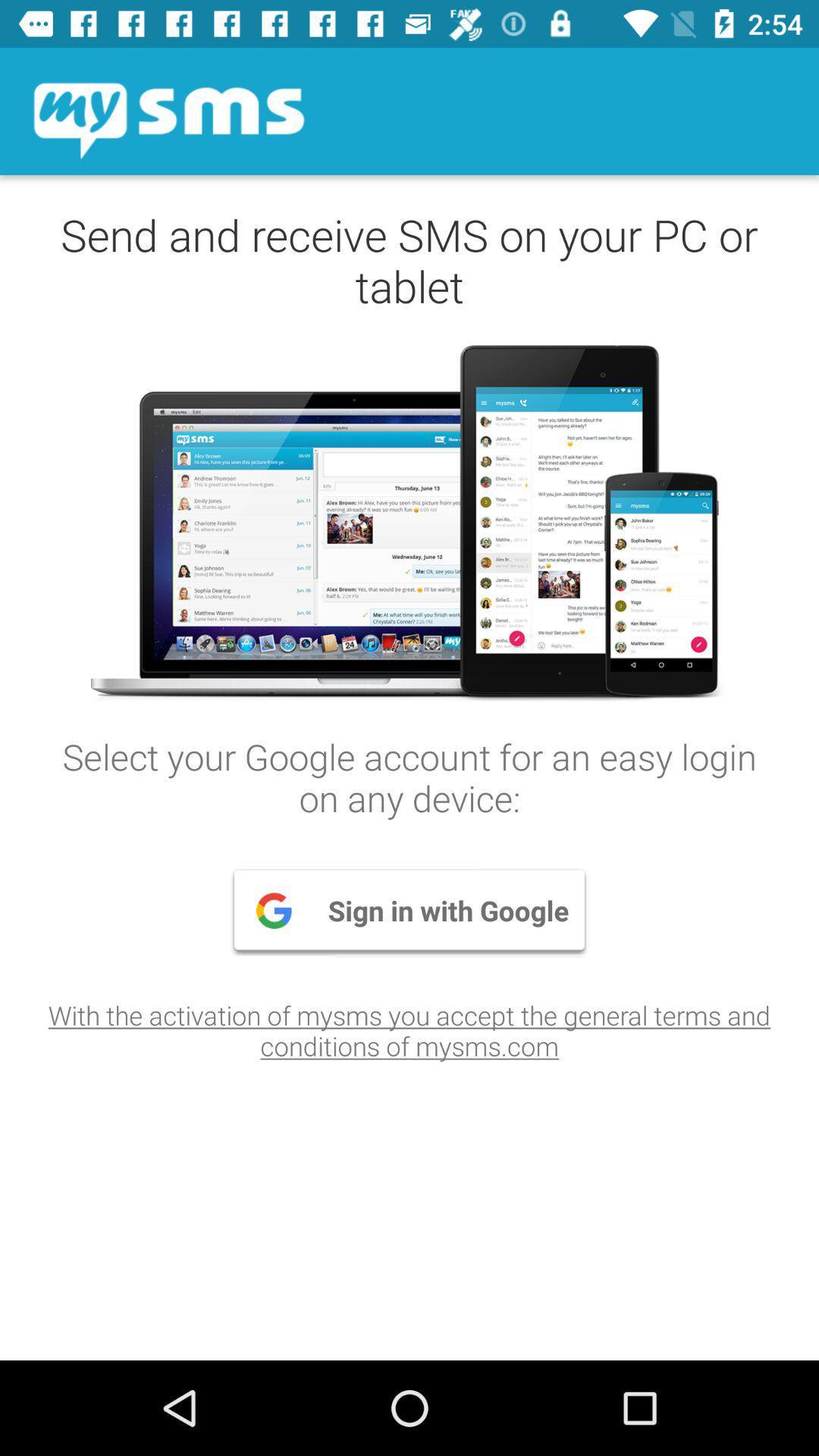  What do you see at coordinates (409, 1030) in the screenshot?
I see `with the activation icon` at bounding box center [409, 1030].